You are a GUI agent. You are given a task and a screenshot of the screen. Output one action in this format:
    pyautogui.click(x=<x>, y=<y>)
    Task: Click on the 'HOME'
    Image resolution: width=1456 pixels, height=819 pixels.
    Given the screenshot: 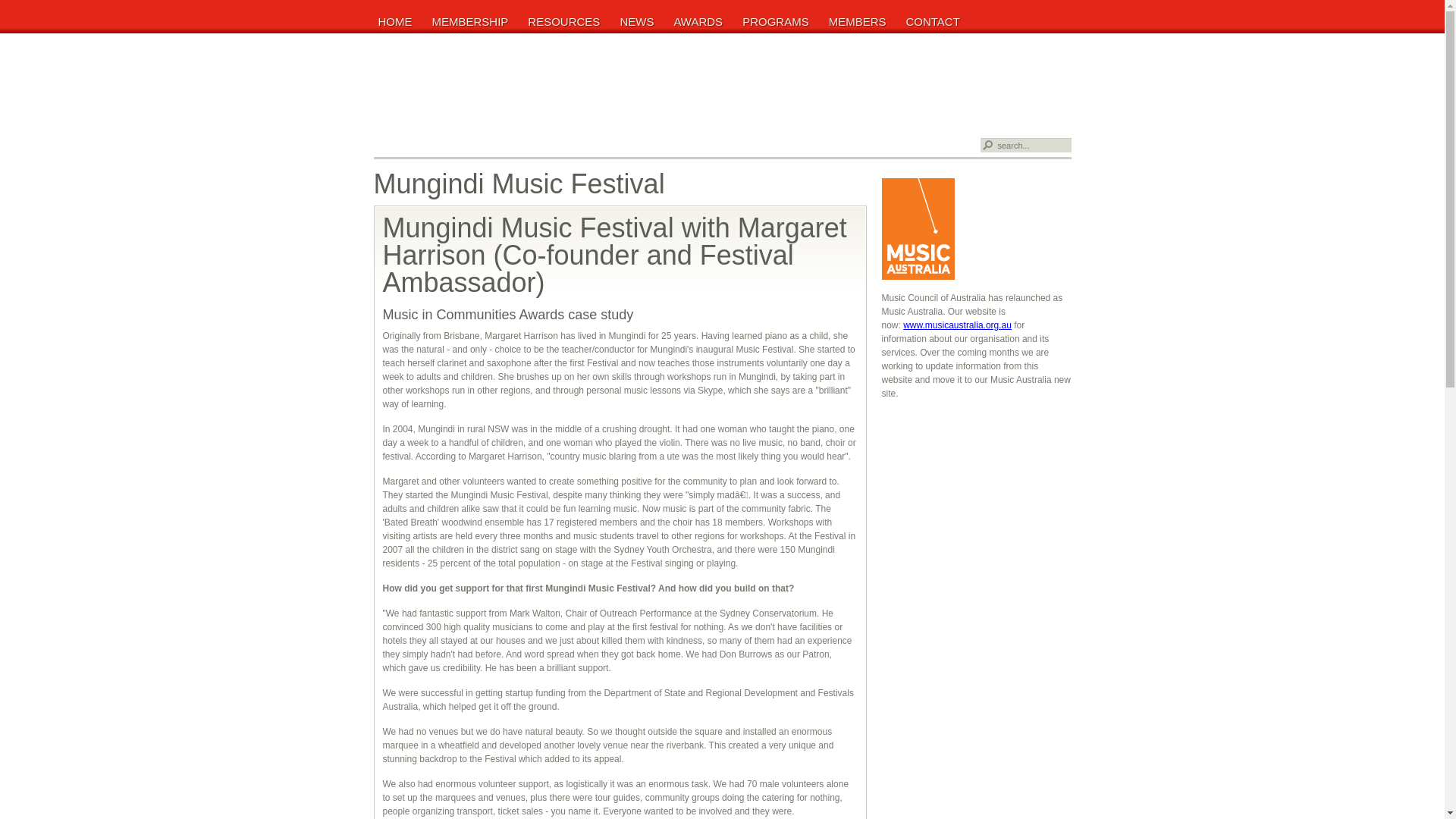 What is the action you would take?
    pyautogui.click(x=397, y=20)
    